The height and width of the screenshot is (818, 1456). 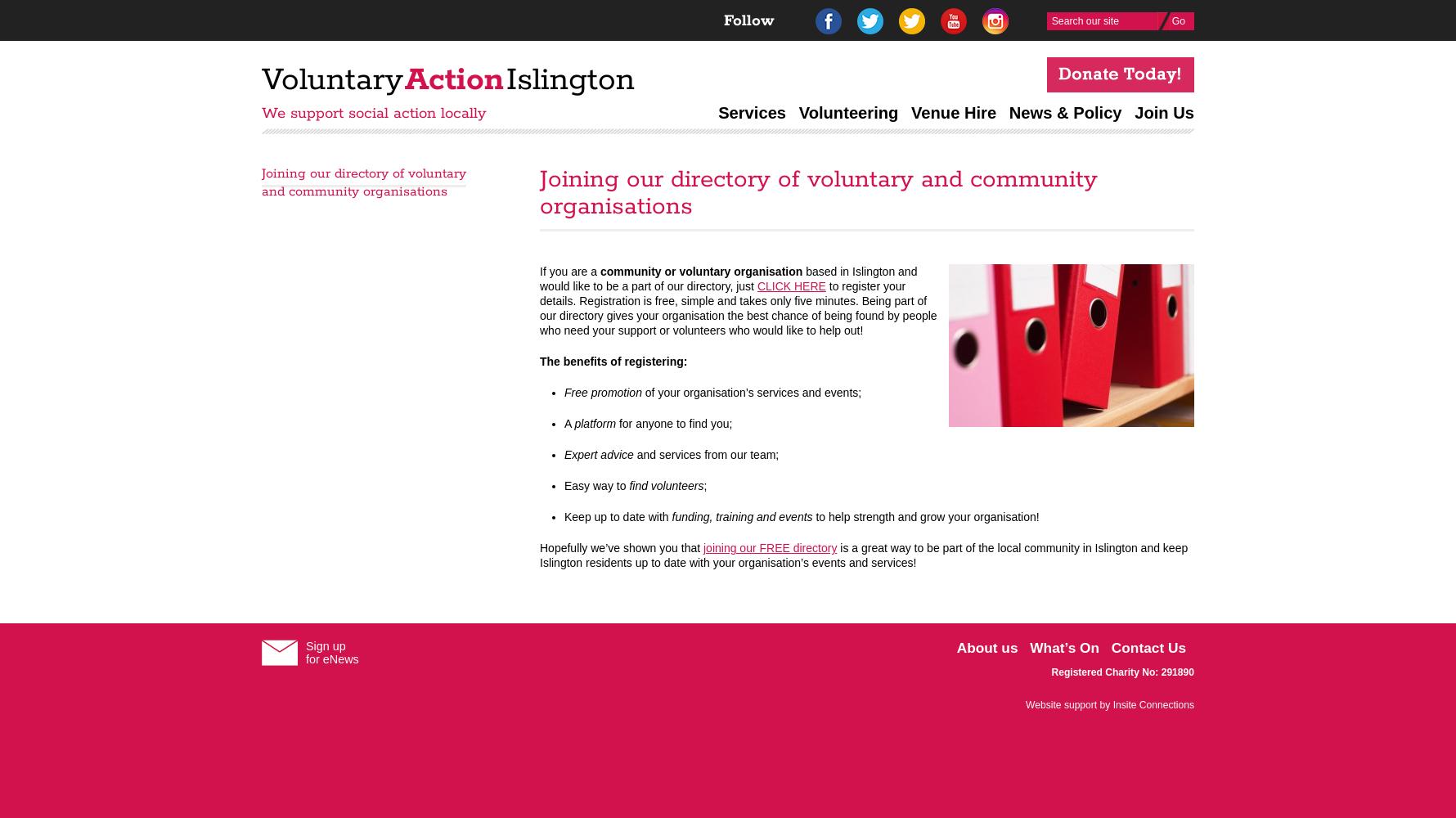 What do you see at coordinates (738, 308) in the screenshot?
I see `'to register your details. Registration is free, simple and takes only five minutes. Being part of our directory gives your organisation the best chance of being found by people who need your support or volunteers who would like to help out!'` at bounding box center [738, 308].